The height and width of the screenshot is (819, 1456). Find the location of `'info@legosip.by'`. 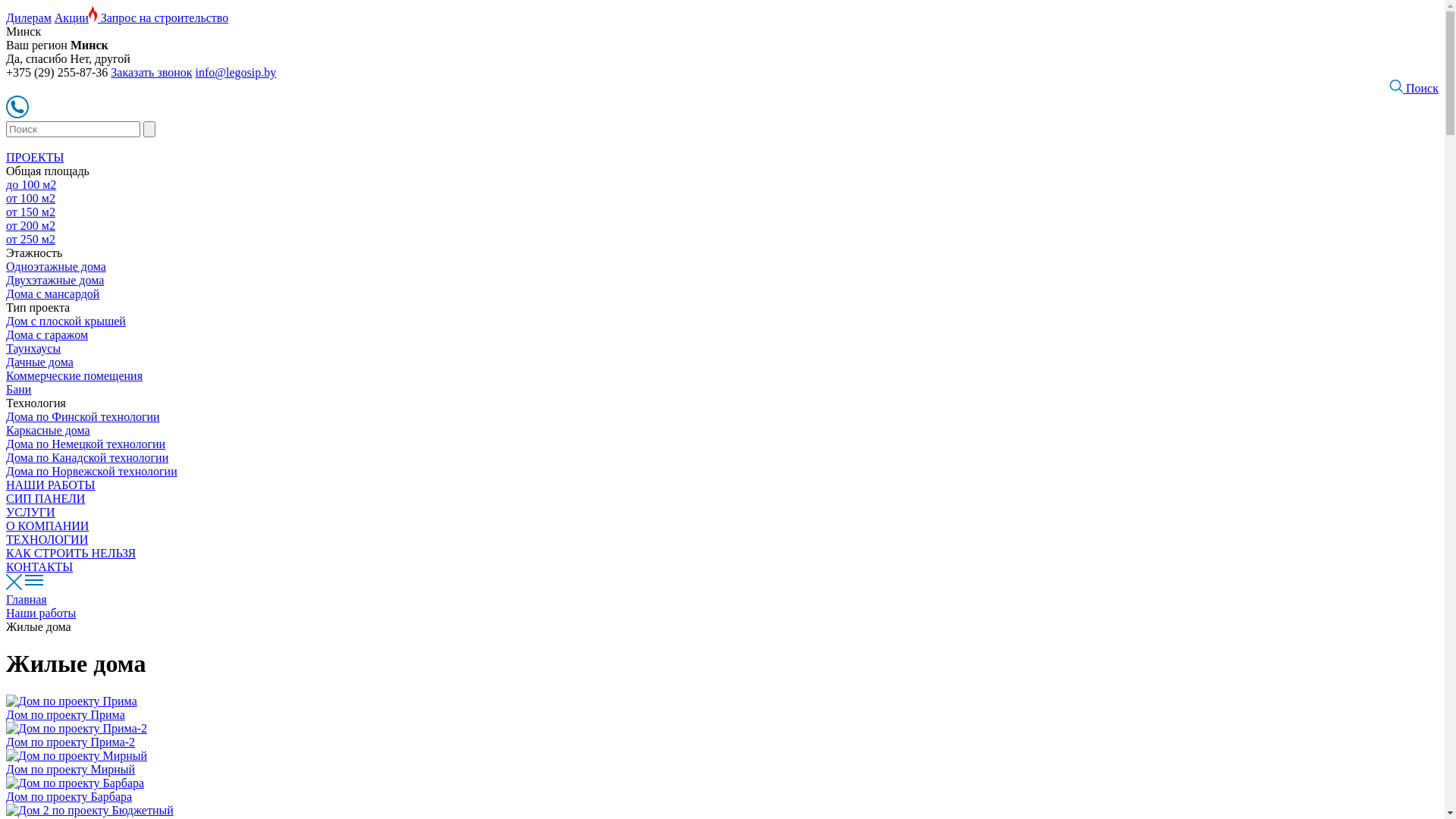

'info@legosip.by' is located at coordinates (235, 72).